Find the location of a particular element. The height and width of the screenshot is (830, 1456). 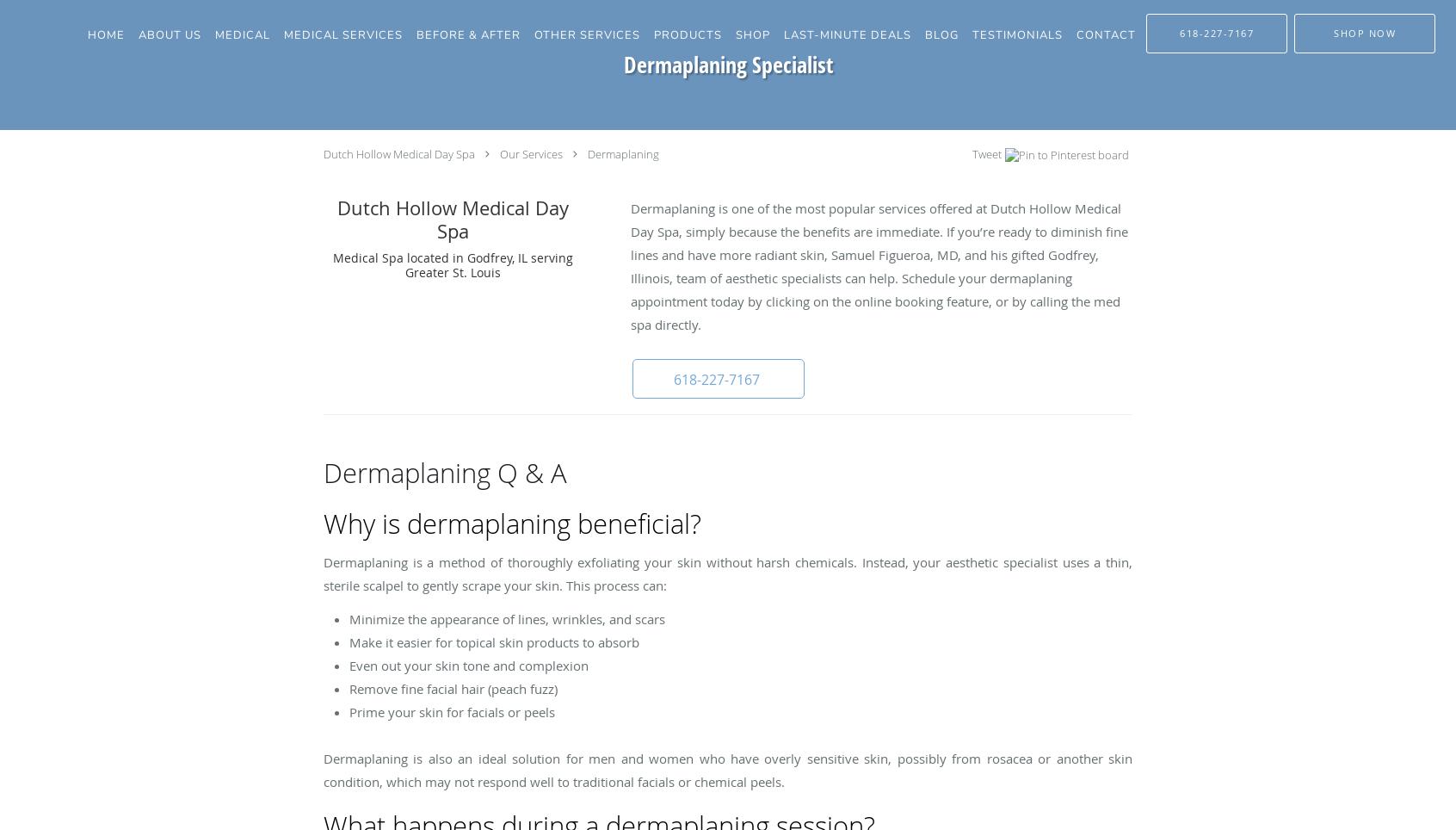

'Remove fine facial hair (peach fuzz)' is located at coordinates (453, 689).